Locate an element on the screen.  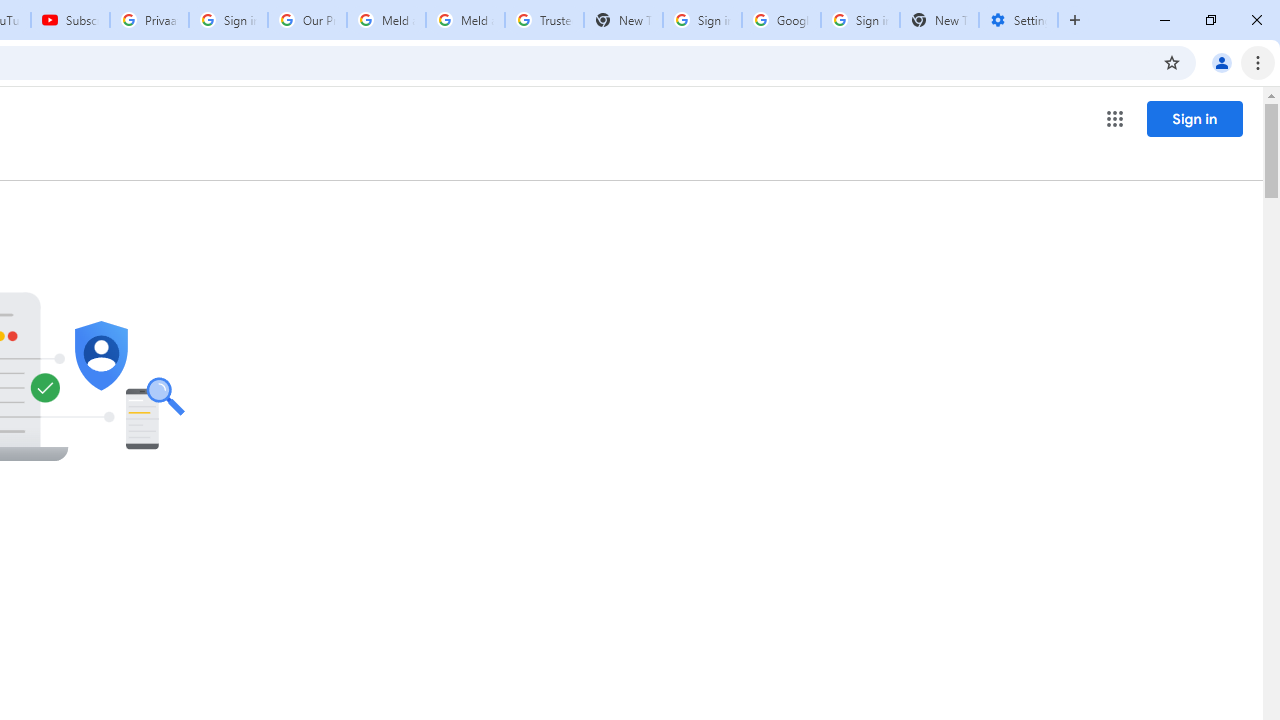
'Settings - Addresses and more' is located at coordinates (1018, 20).